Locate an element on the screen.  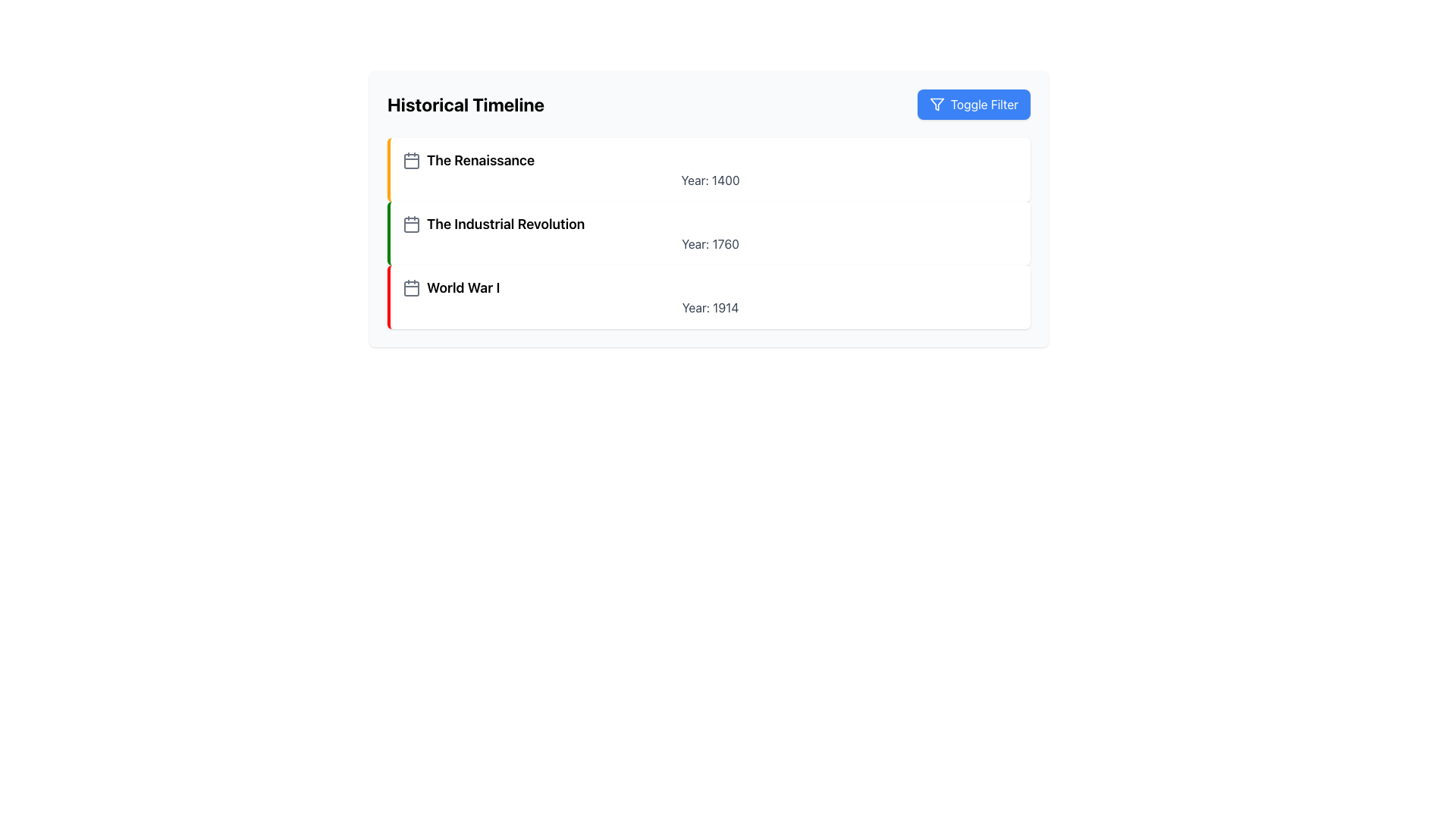
the rectangular frame of the calendar icon representing 'The Industrial Revolution' in the historical timeline if it is interactive is located at coordinates (411, 225).